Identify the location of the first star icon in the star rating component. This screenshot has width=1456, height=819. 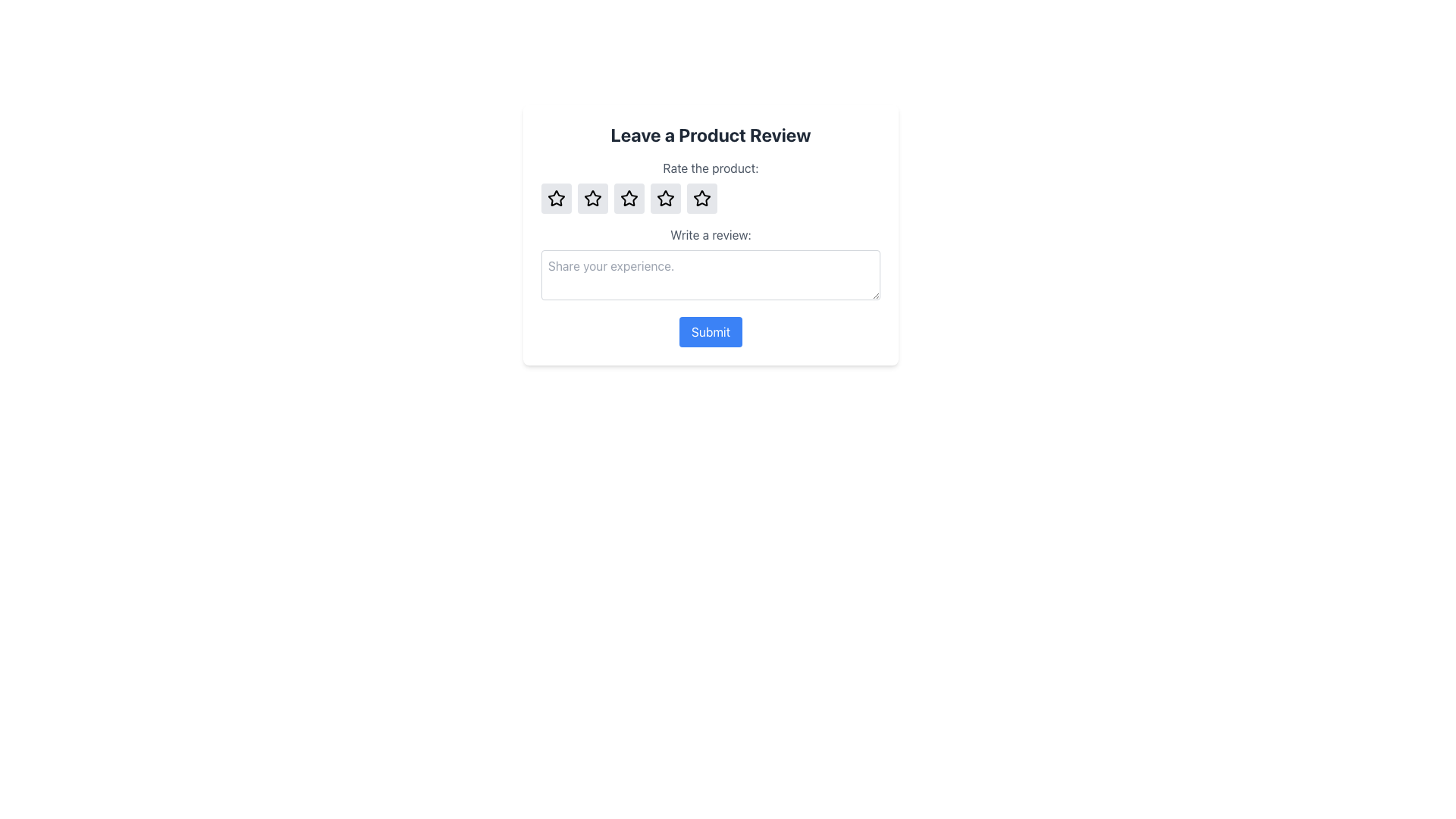
(556, 197).